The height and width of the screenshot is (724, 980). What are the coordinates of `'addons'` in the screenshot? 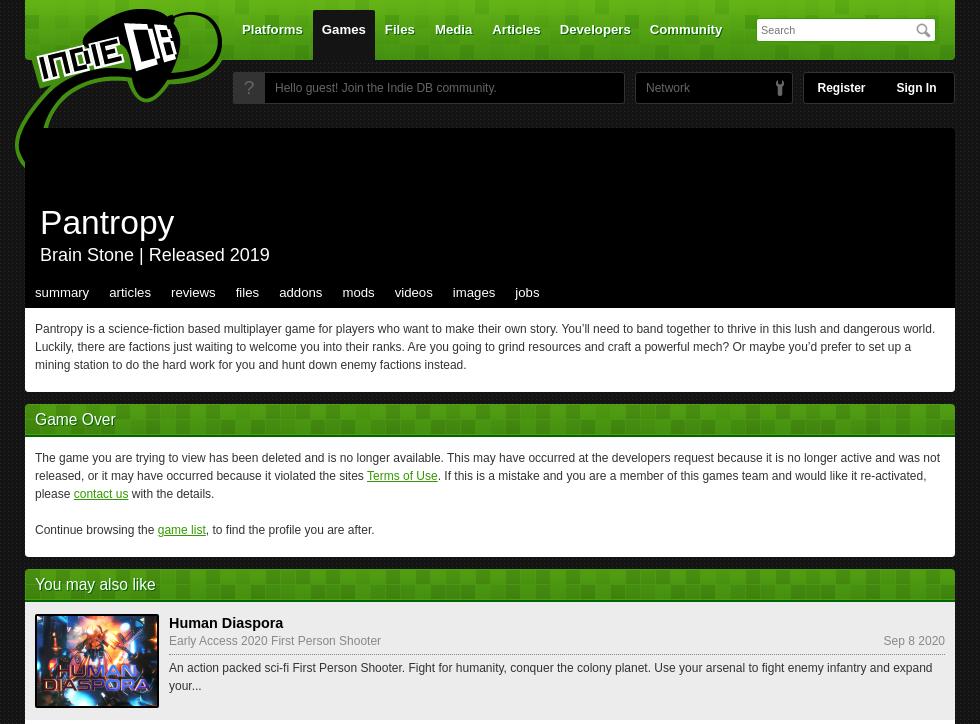 It's located at (300, 291).